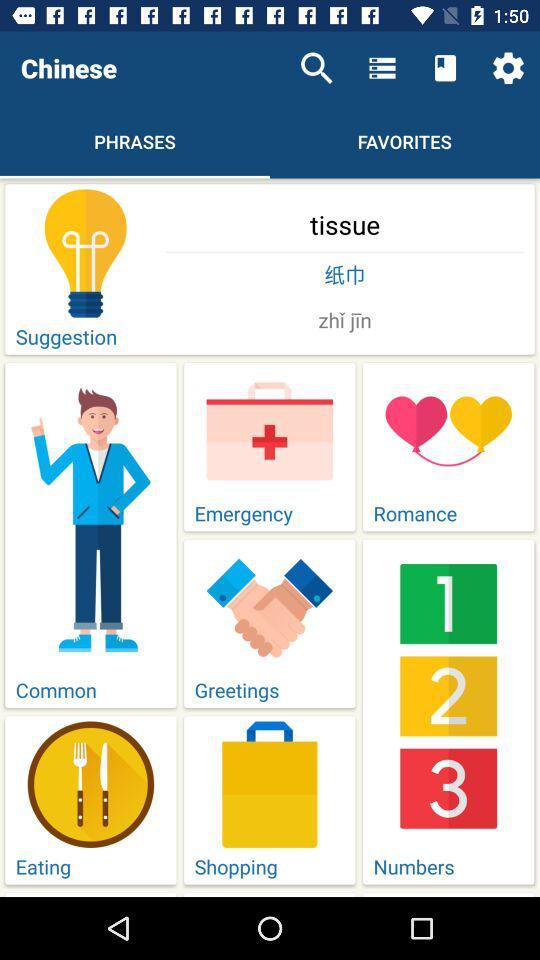 The image size is (540, 960). Describe the element at coordinates (316, 68) in the screenshot. I see `item above the tissue item` at that location.